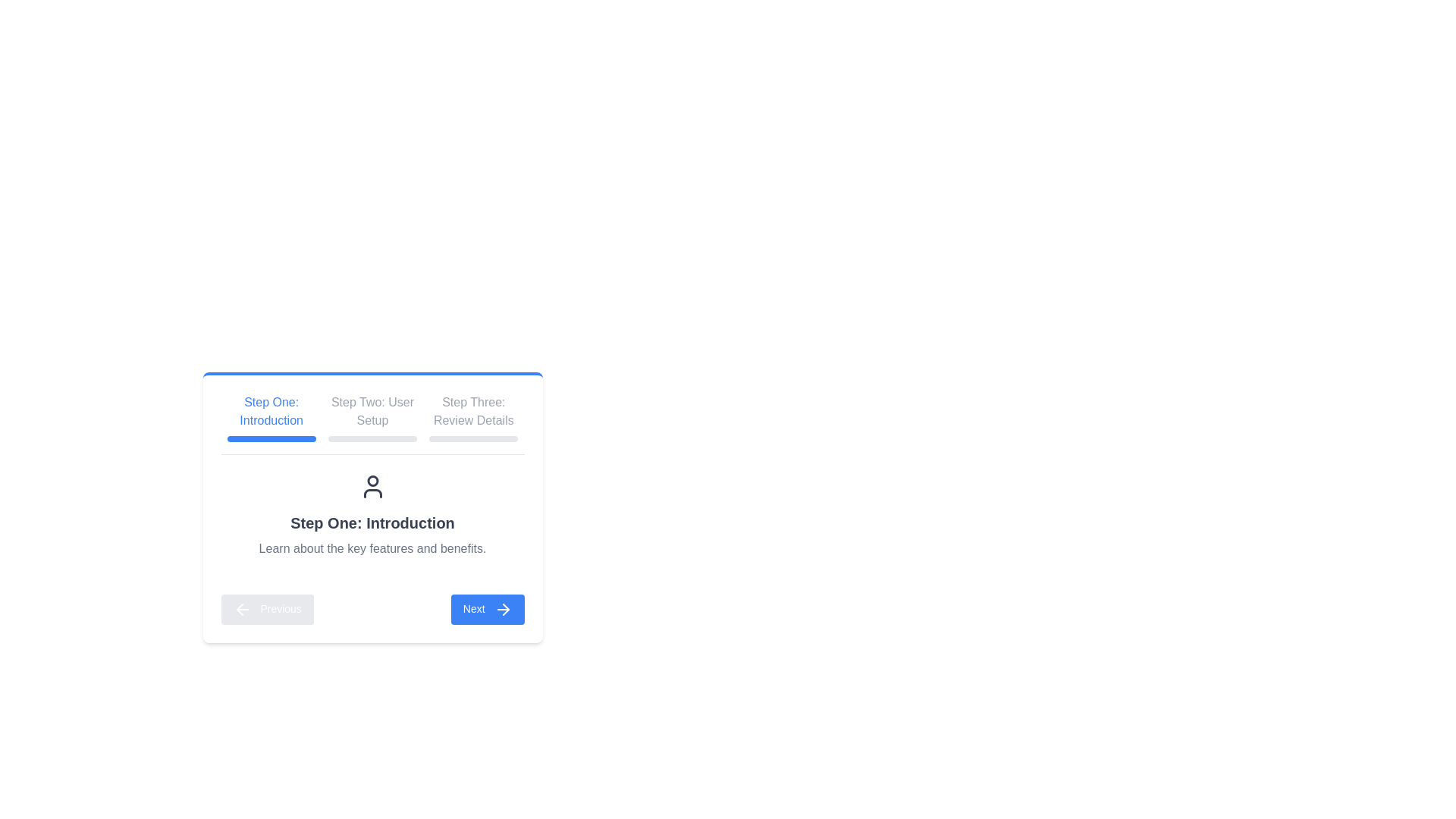  What do you see at coordinates (372, 494) in the screenshot?
I see `the lower curved part of the user icon, which is a decorative component indicating a user-related section, located above the text 'Step One: Introduction'` at bounding box center [372, 494].